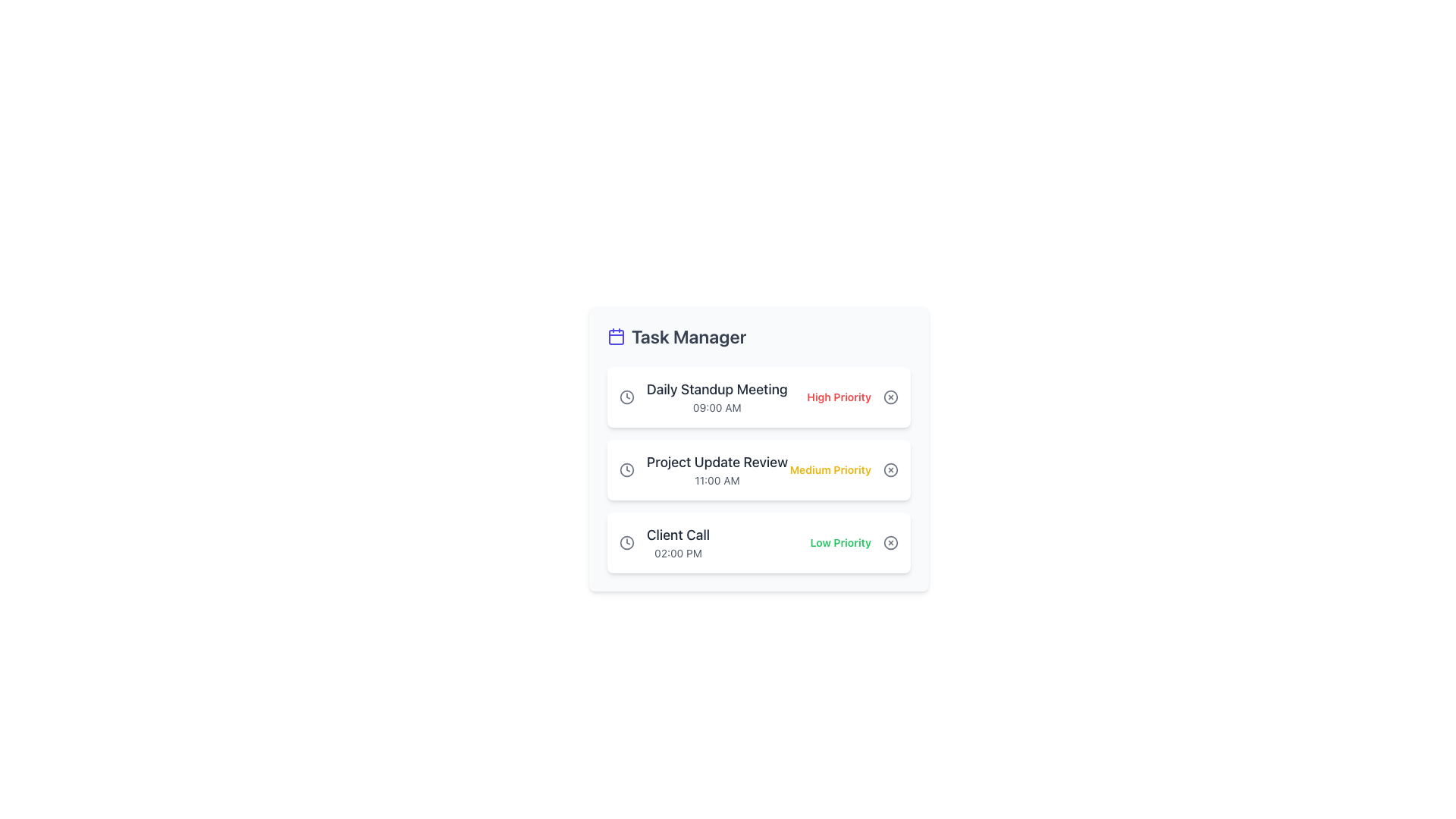 The image size is (1456, 819). Describe the element at coordinates (716, 388) in the screenshot. I see `the text label displaying 'Daily Standup Meeting', which is styled in a large and bold font at the top of the first task's description card in the task manager layout` at that location.